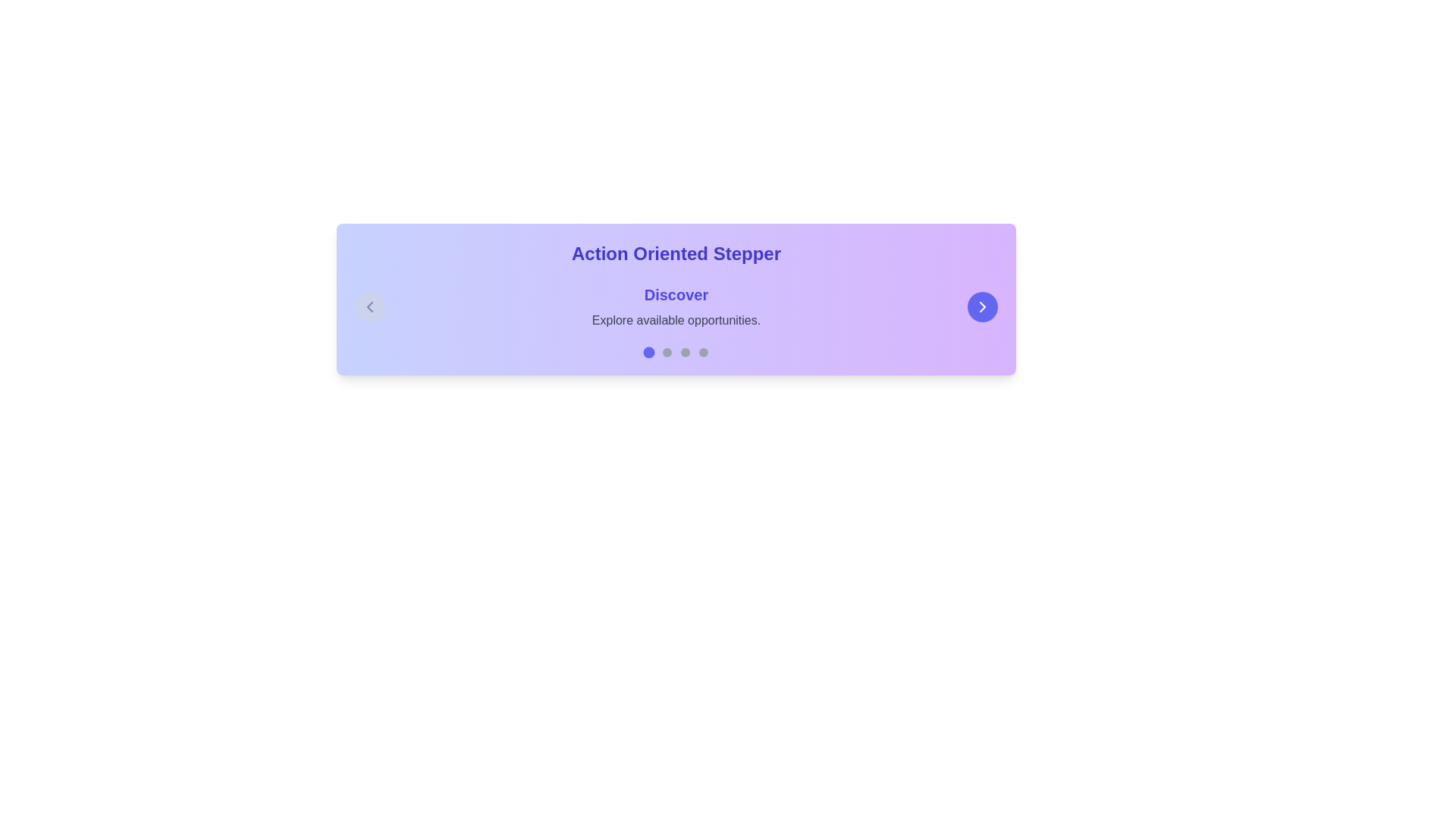  Describe the element at coordinates (676, 295) in the screenshot. I see `the bolded text element reading 'Discover' that is prominently displayed in a vibrant indigo color and centrally placed above the text 'Explore available opportunities.'` at that location.